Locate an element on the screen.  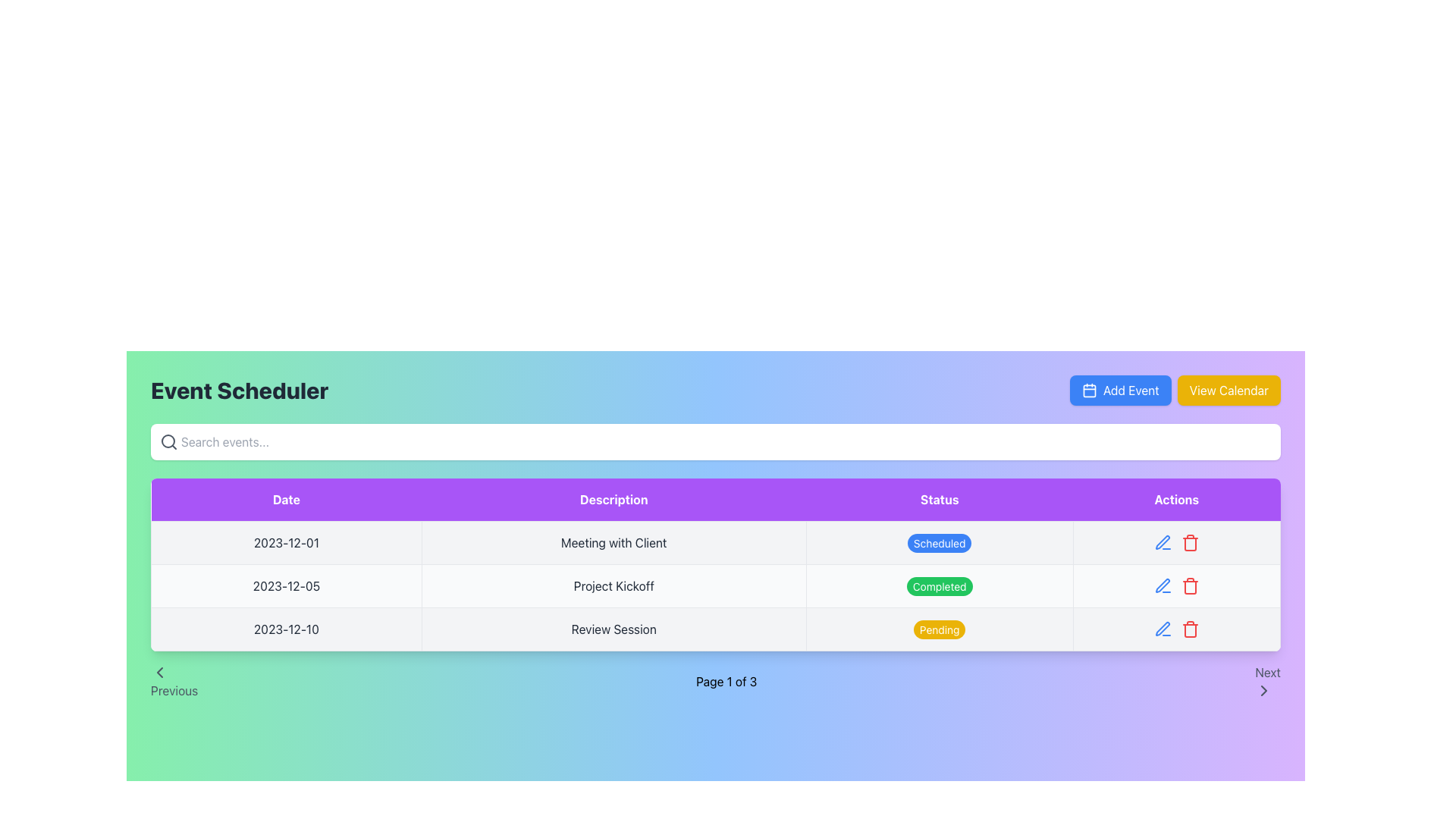
the static text field displaying 'Review Session' located in the 'Description' column of the data table for the date '2023-12-10' is located at coordinates (613, 629).